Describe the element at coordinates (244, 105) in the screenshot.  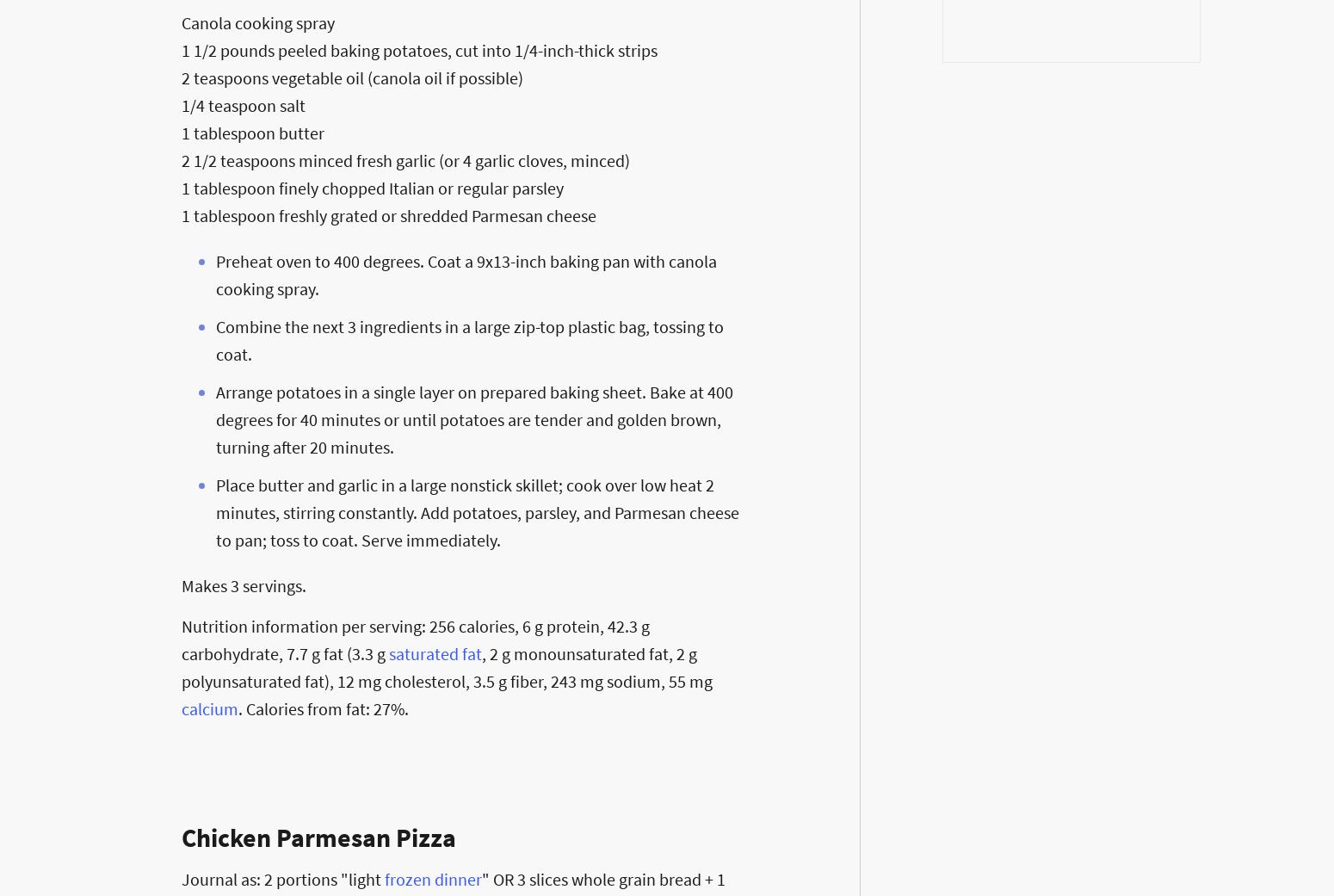
I see `'1/4 teaspoon salt'` at that location.